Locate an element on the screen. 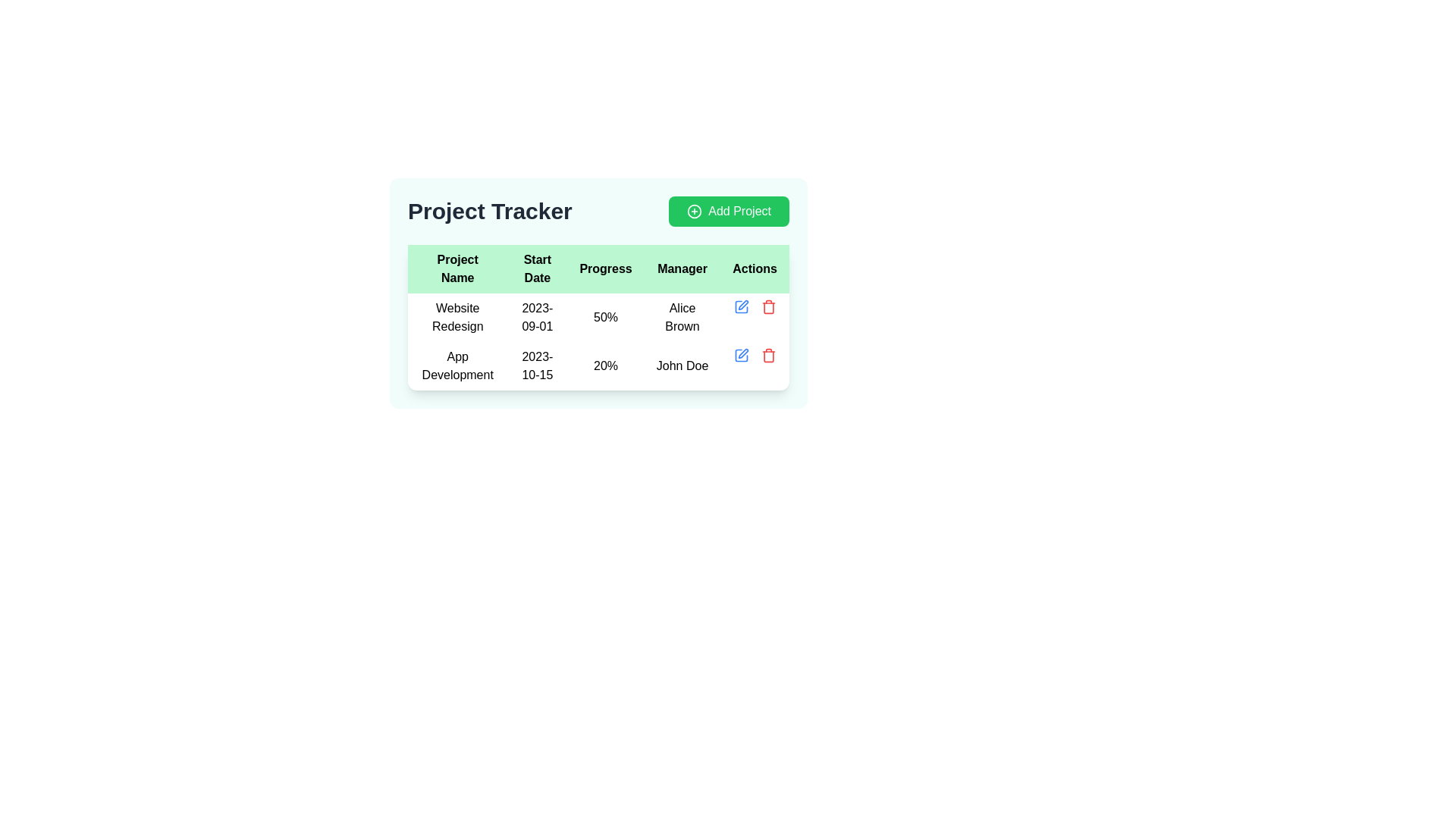 The image size is (1456, 819). the 'Website Redesign' text label located in the 'Project Name' column of the first row in the table is located at coordinates (457, 317).